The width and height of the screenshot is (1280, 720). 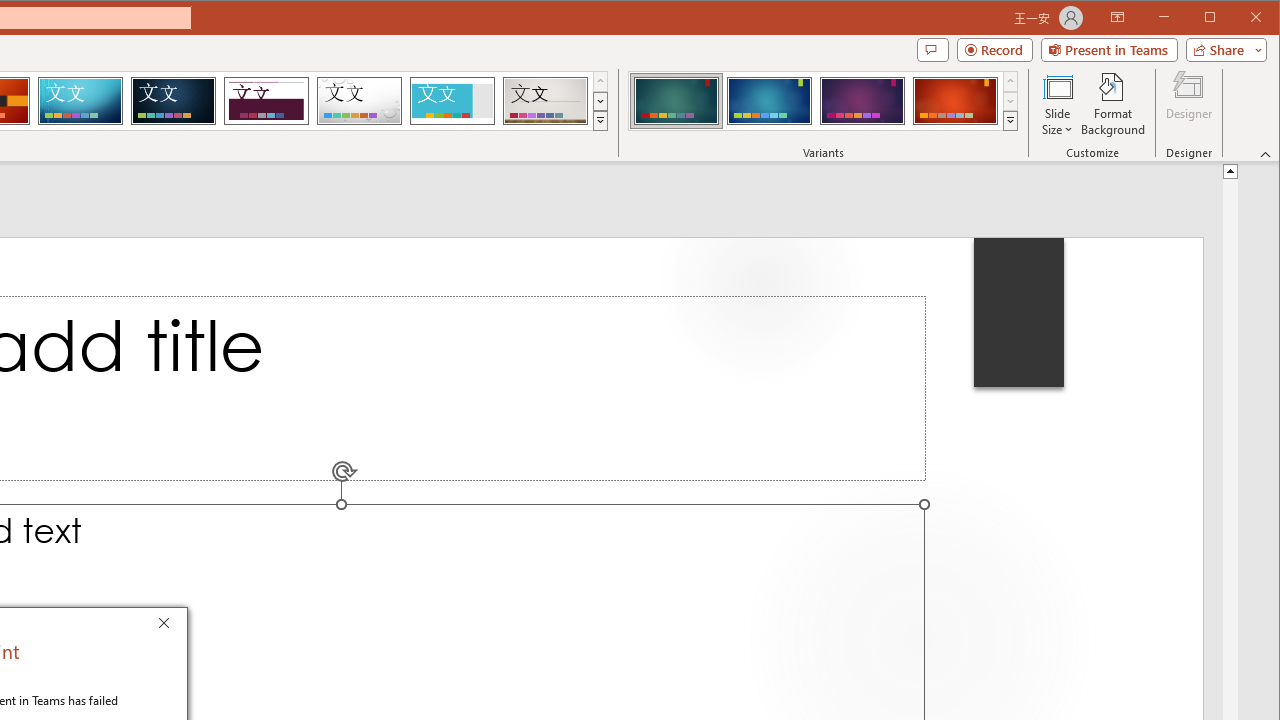 What do you see at coordinates (768, 100) in the screenshot?
I see `'Ion Variant 2'` at bounding box center [768, 100].